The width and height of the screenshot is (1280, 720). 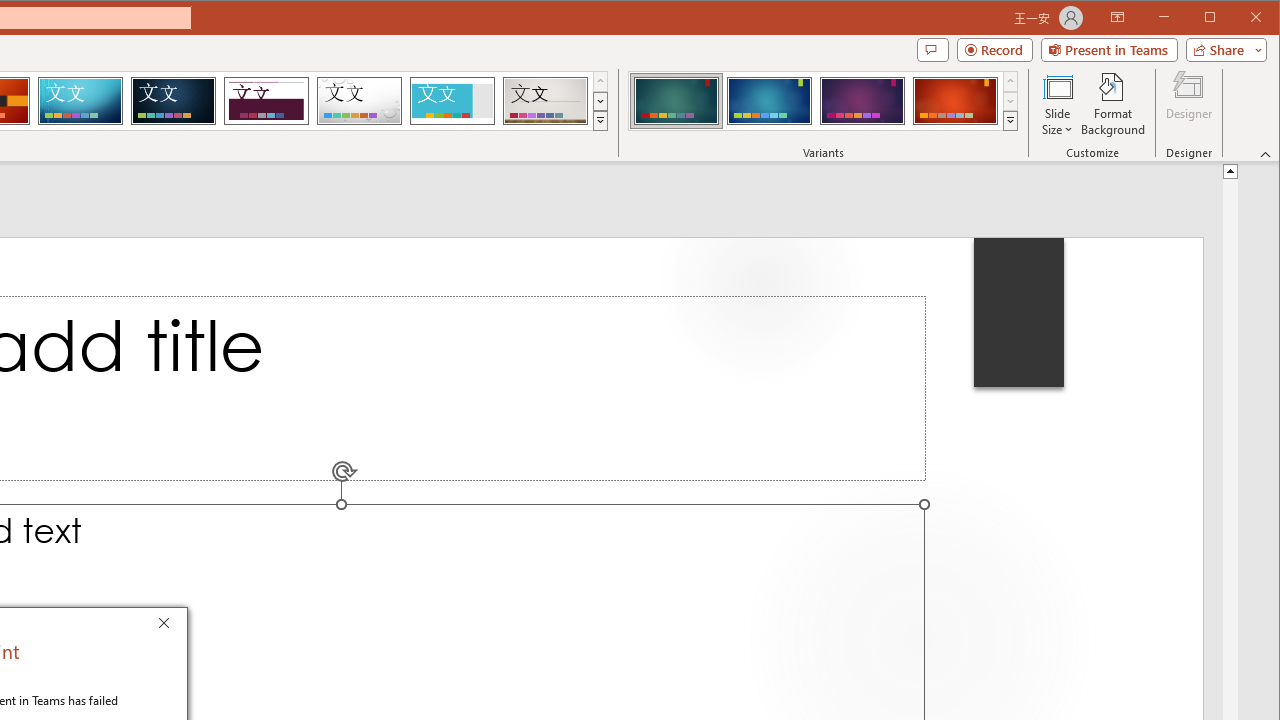 What do you see at coordinates (768, 100) in the screenshot?
I see `'Ion Variant 2'` at bounding box center [768, 100].